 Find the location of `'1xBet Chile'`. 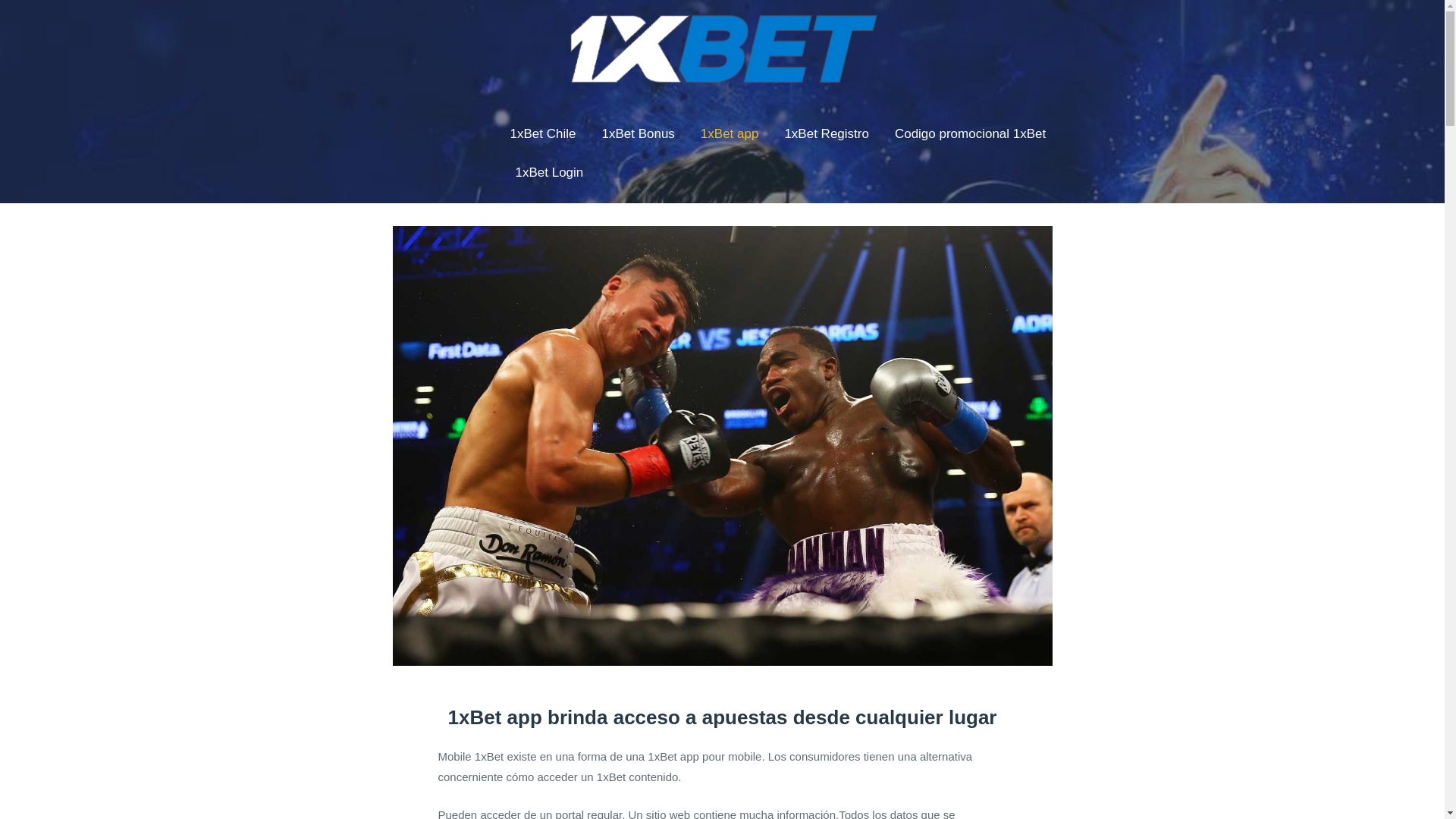

'1xBet Chile' is located at coordinates (543, 133).